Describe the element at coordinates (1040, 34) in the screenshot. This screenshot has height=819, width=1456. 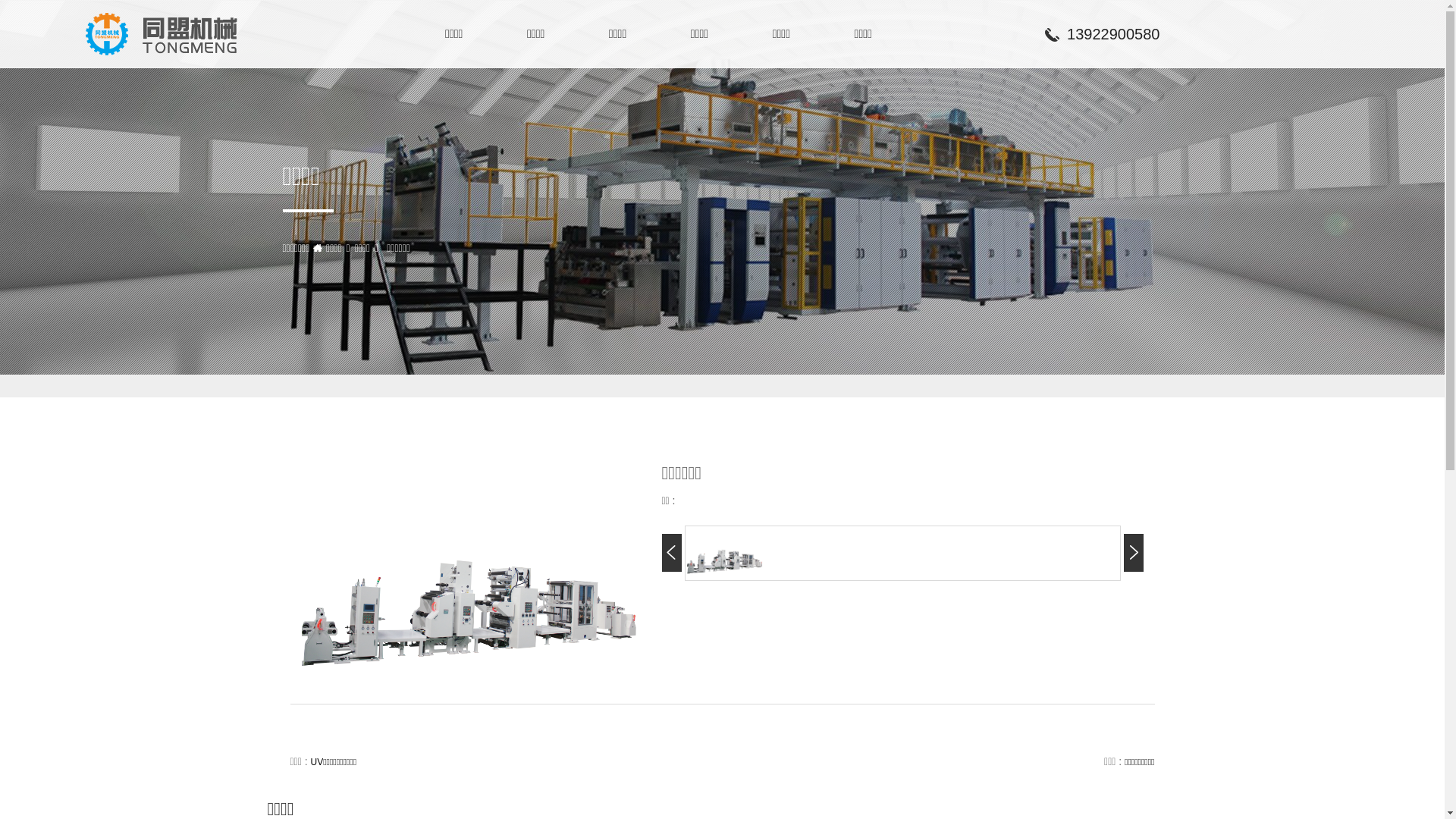
I see `'13922900580'` at that location.